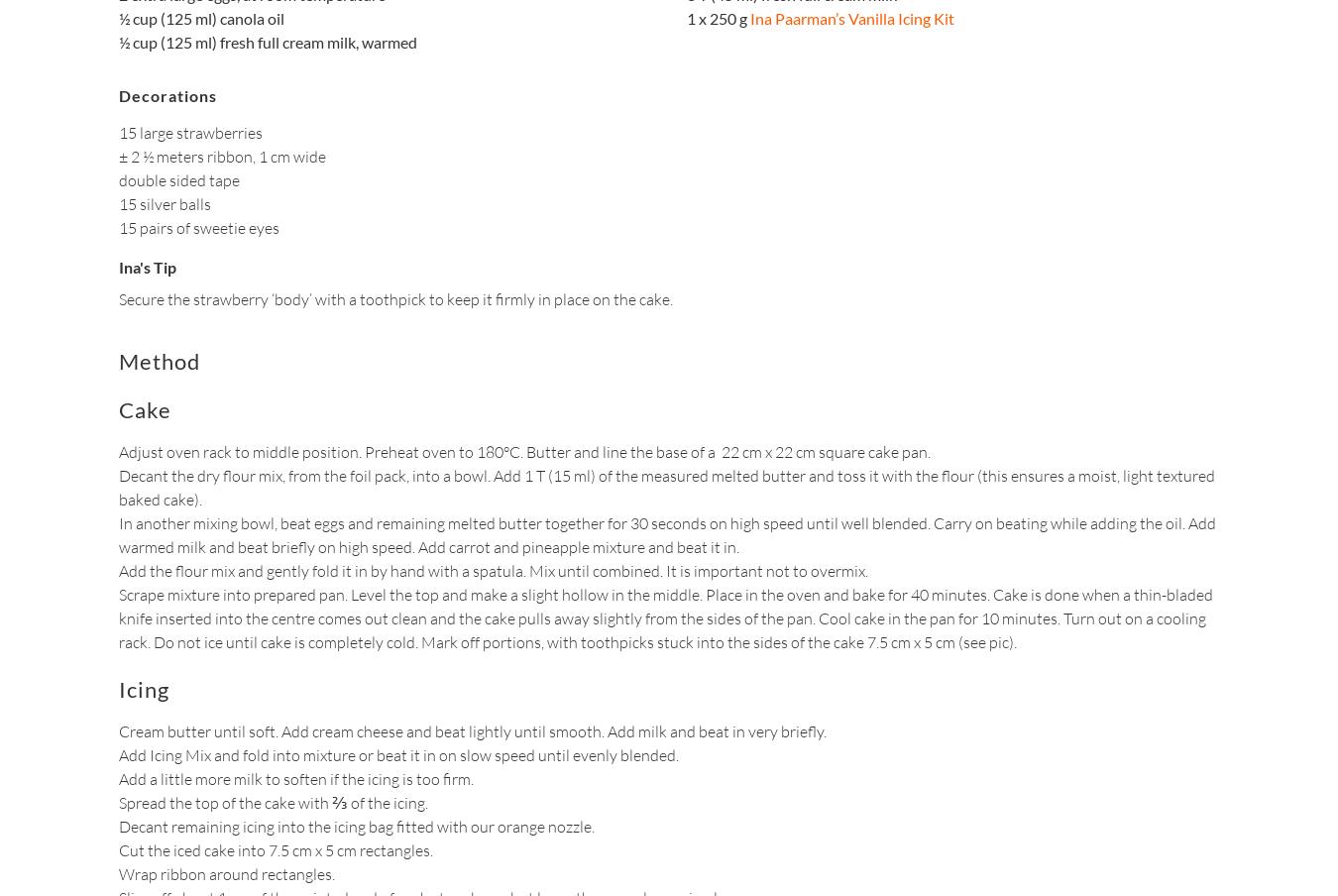 The width and height of the screenshot is (1338, 896). What do you see at coordinates (523, 450) in the screenshot?
I see `'Adjust oven rack to middle position. Preheat oven to 180°C. Butter and line the base of a  22 cm x 22 cm square cake pan.'` at bounding box center [523, 450].